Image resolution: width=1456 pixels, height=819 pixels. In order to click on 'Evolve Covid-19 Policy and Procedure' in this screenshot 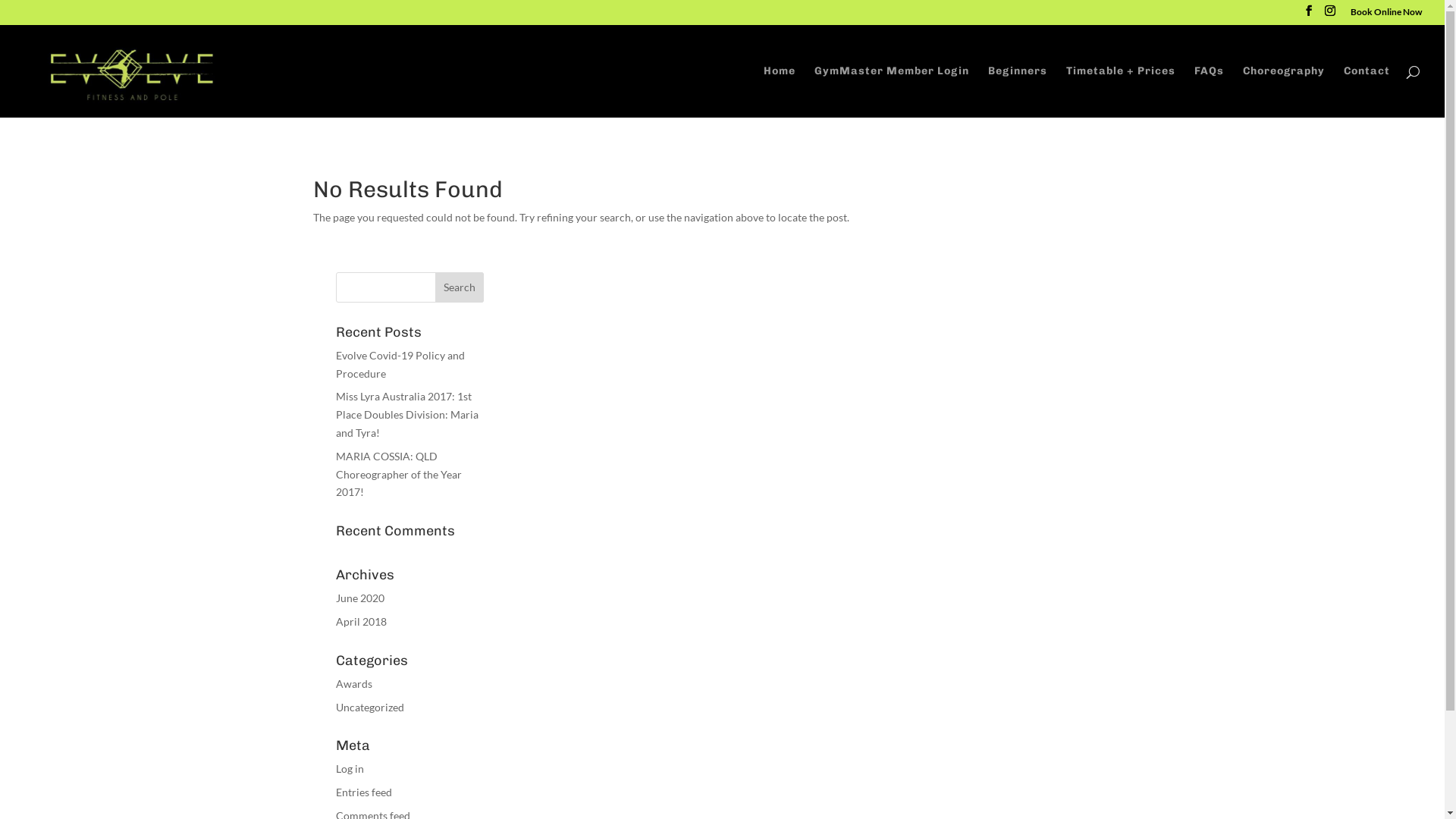, I will do `click(400, 364)`.